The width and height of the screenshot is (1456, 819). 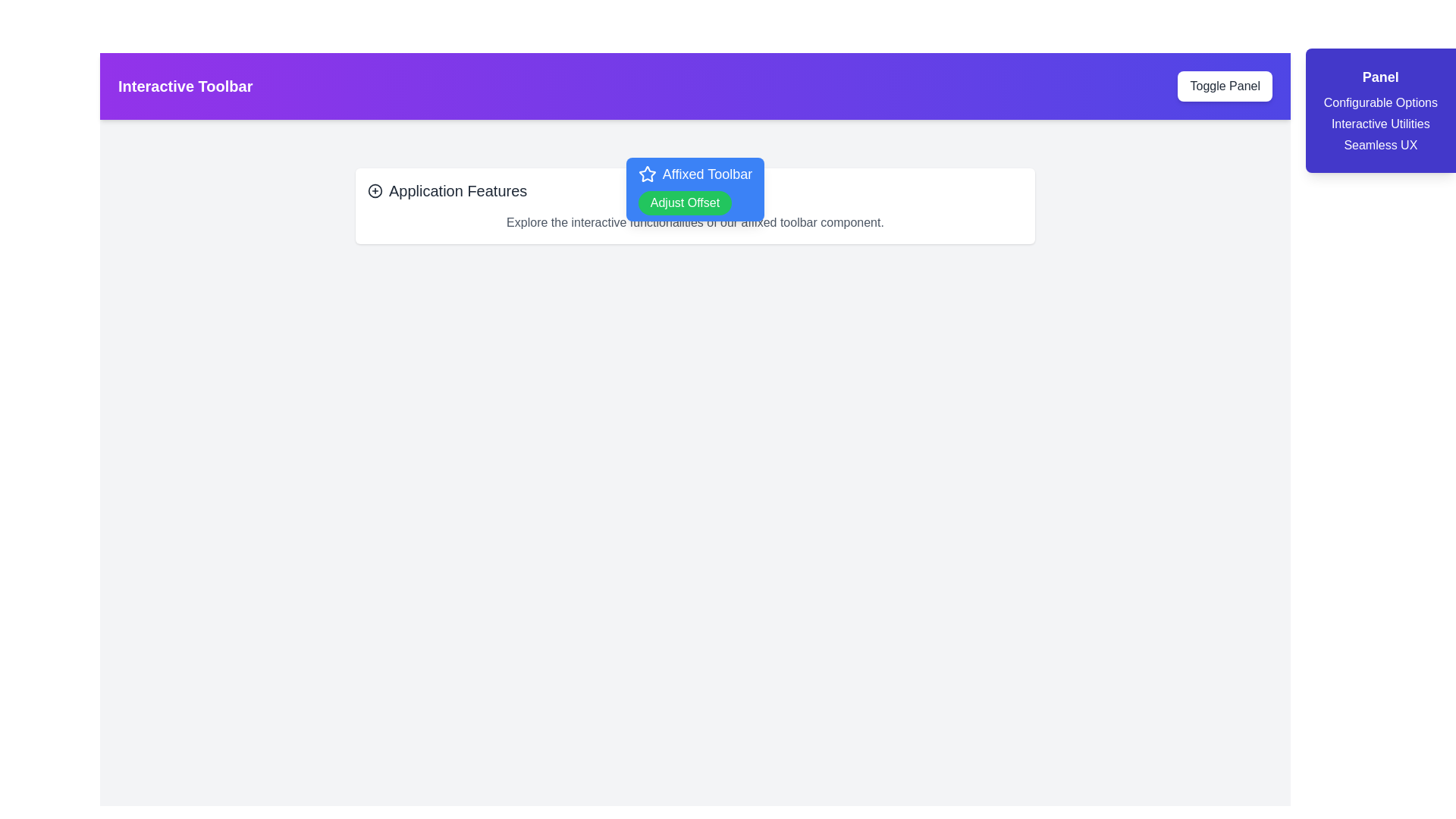 What do you see at coordinates (694, 189) in the screenshot?
I see `the green button labeled 'Adjust Offset' in the Affixed Toolbar, which has a blue background and white text` at bounding box center [694, 189].